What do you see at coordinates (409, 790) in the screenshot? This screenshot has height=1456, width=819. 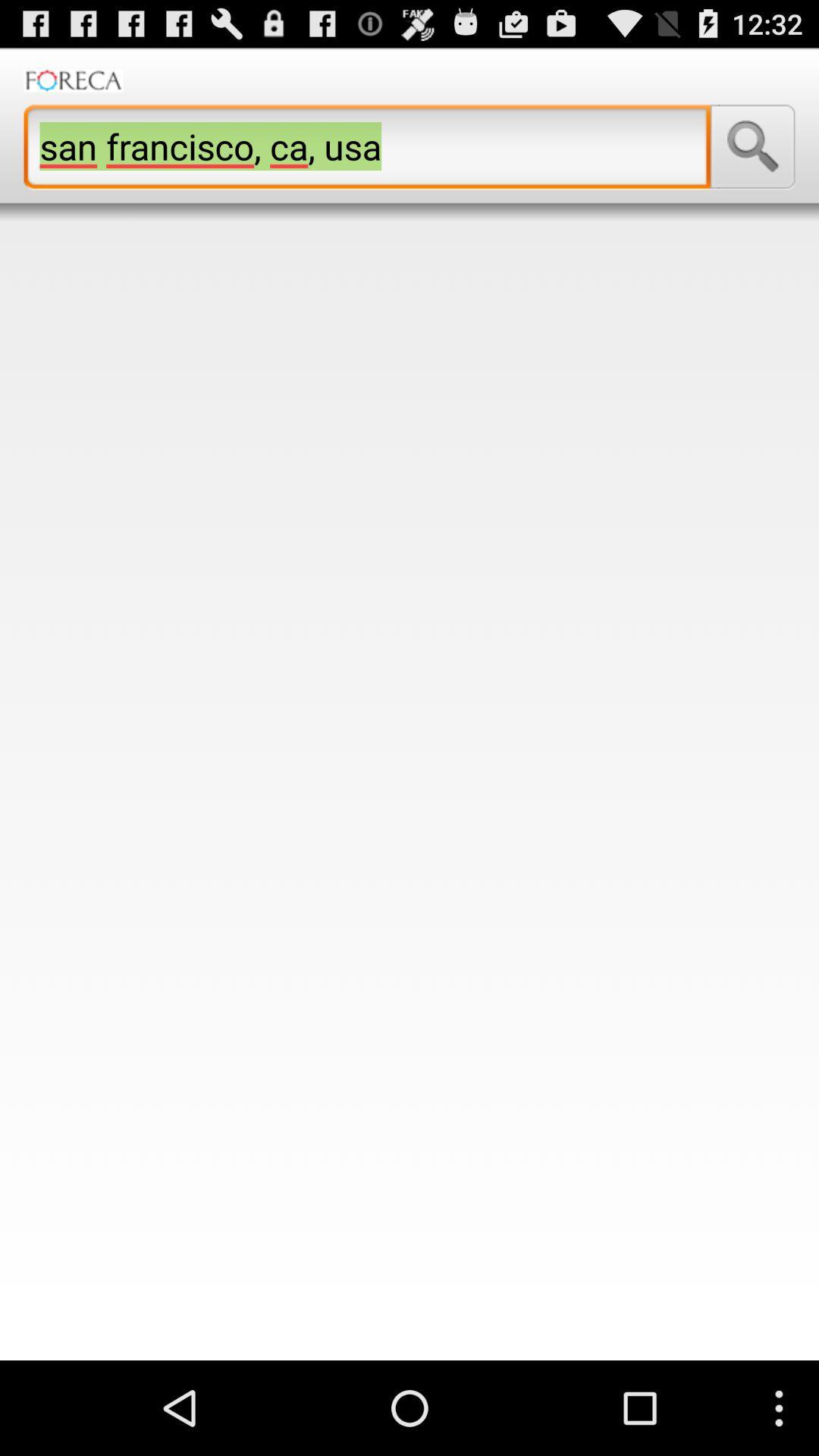 I see `the item at the center` at bounding box center [409, 790].